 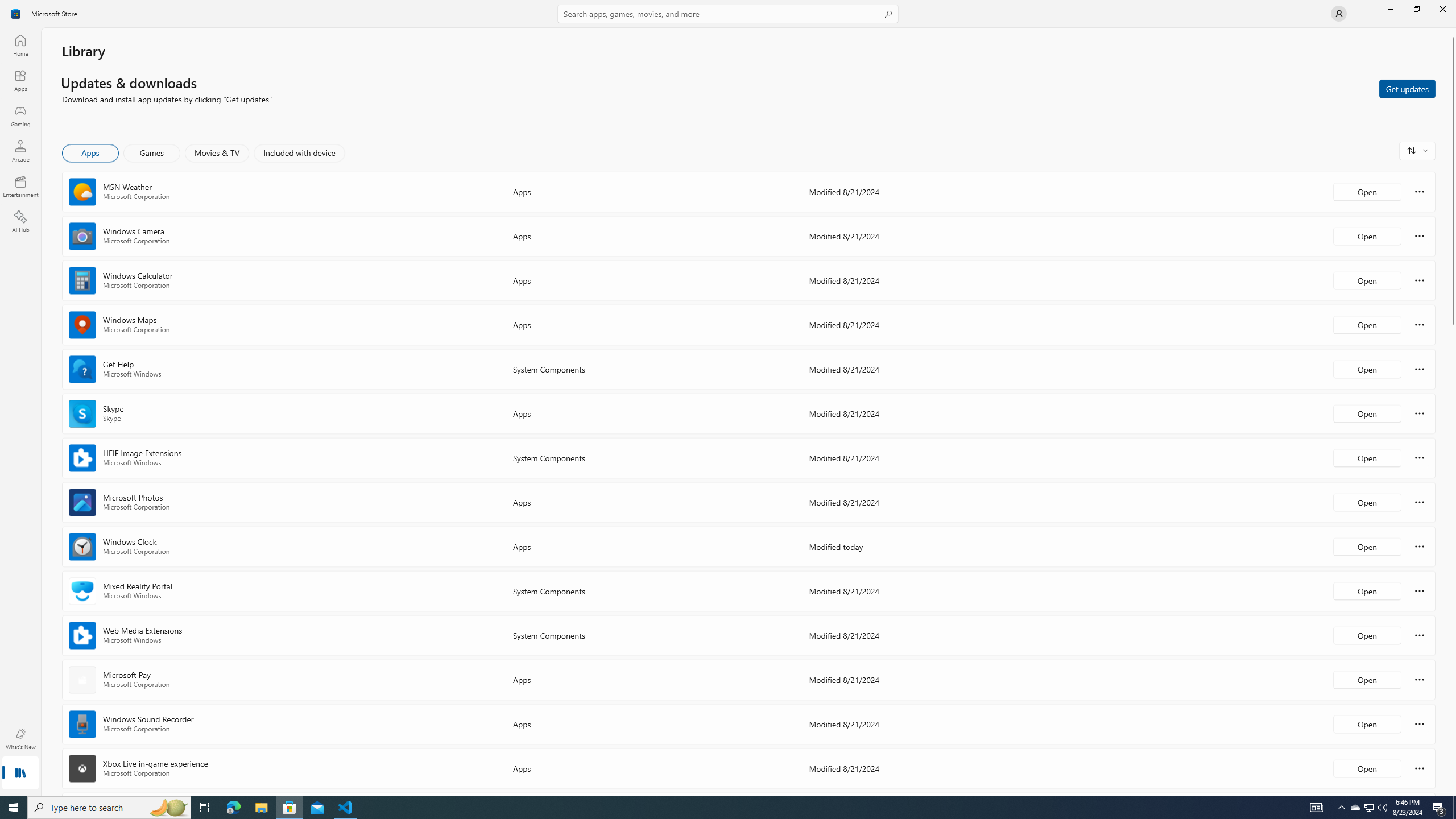 What do you see at coordinates (1407, 88) in the screenshot?
I see `'Get updates'` at bounding box center [1407, 88].